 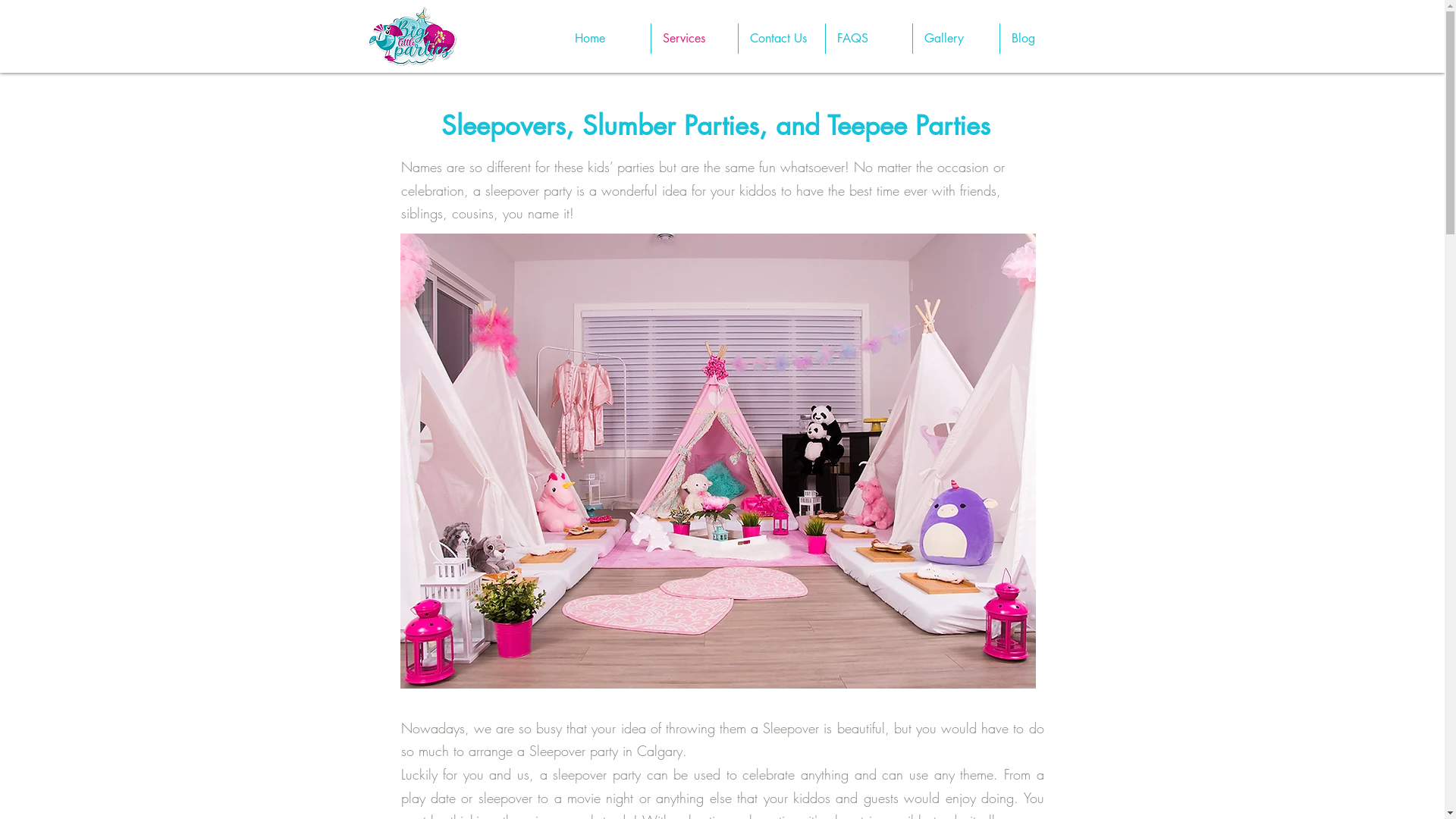 What do you see at coordinates (693, 37) in the screenshot?
I see `'Services'` at bounding box center [693, 37].